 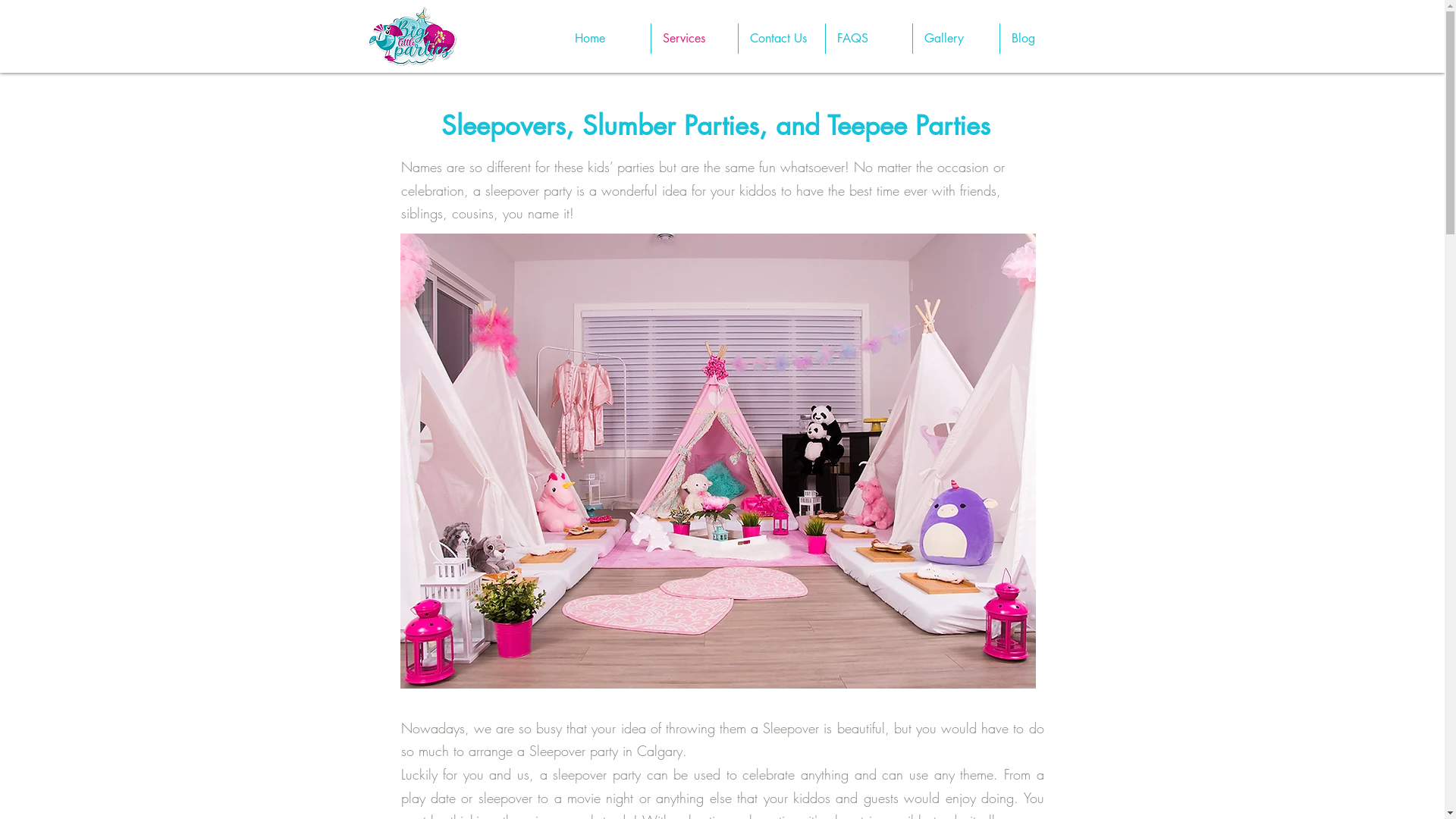 What do you see at coordinates (693, 37) in the screenshot?
I see `'Services'` at bounding box center [693, 37].